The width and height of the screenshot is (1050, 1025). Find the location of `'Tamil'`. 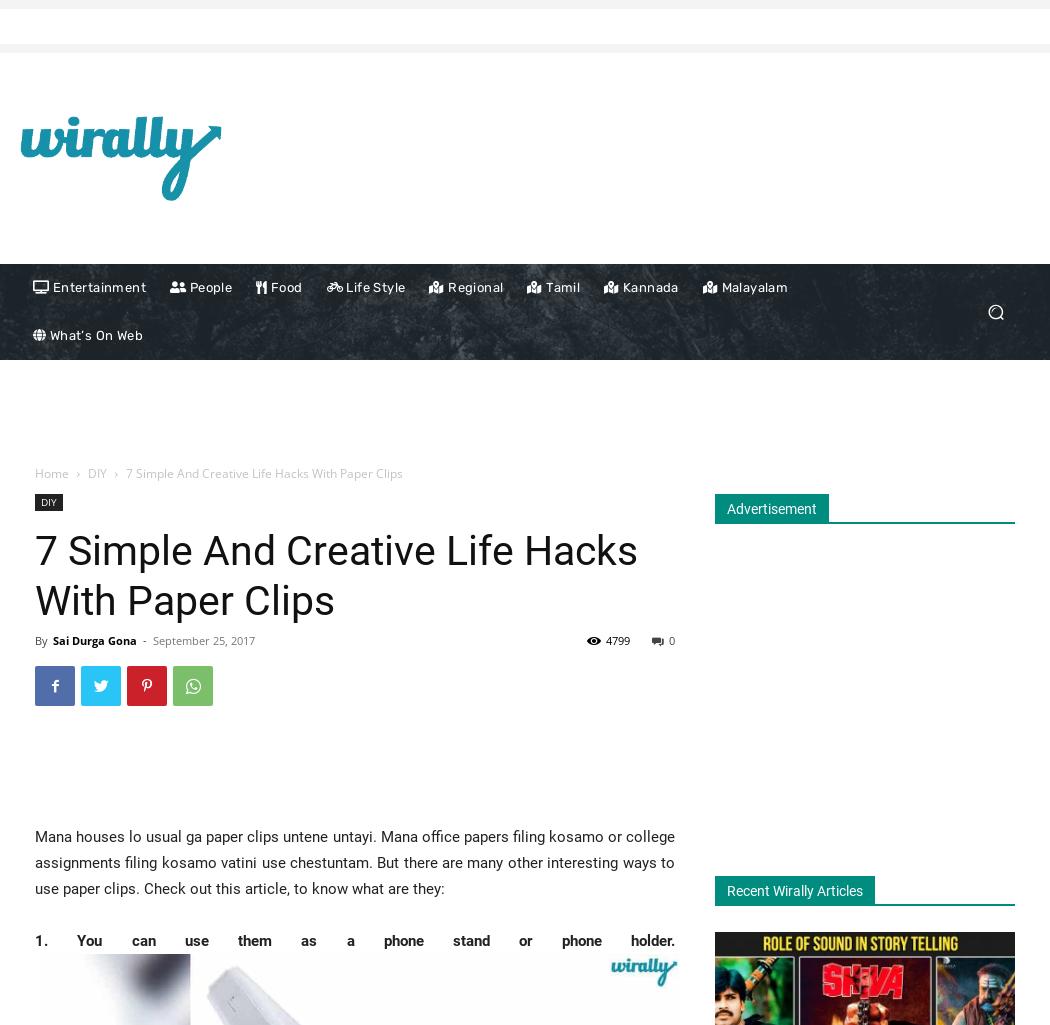

'Tamil' is located at coordinates (561, 287).